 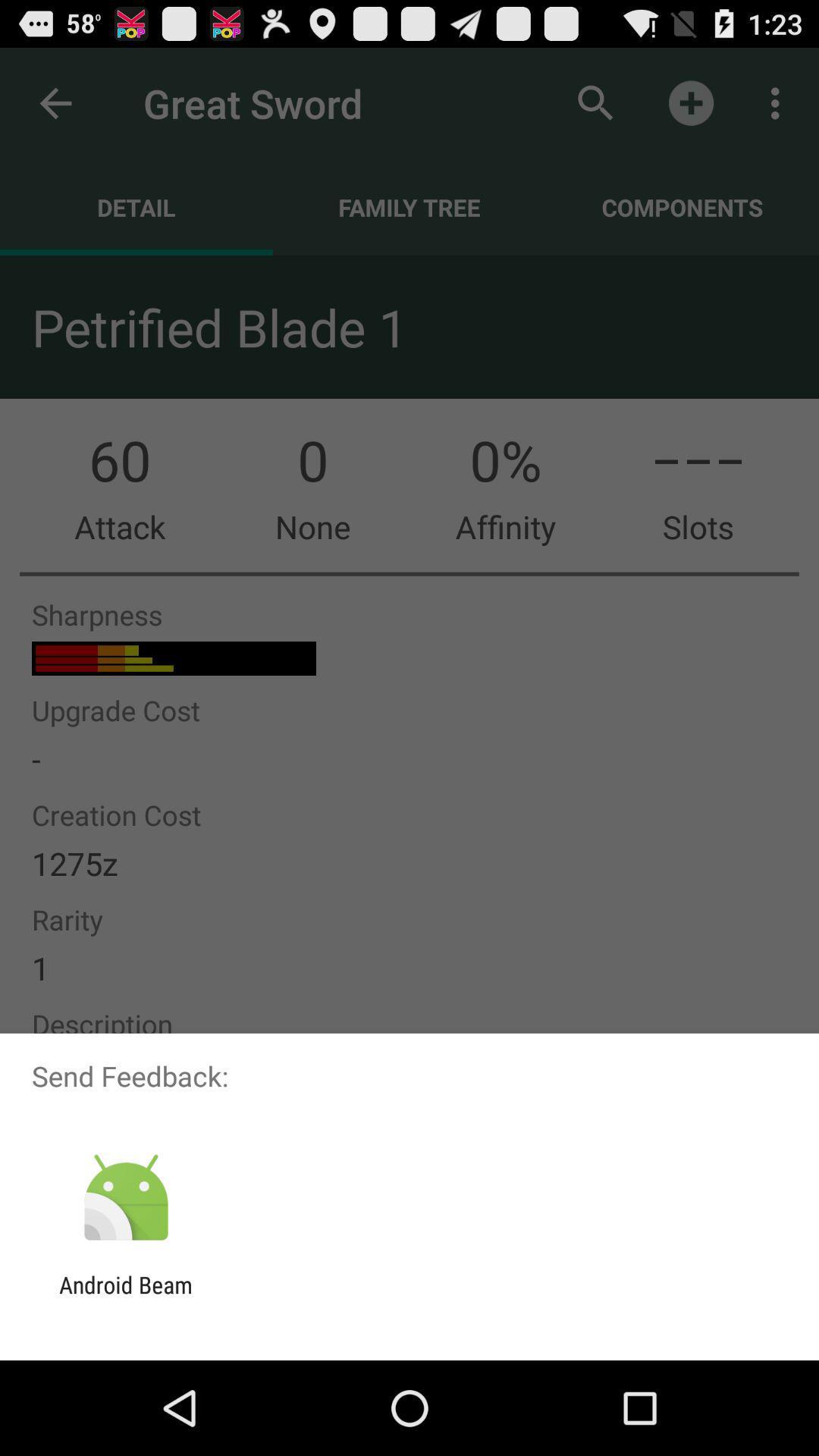 What do you see at coordinates (125, 1298) in the screenshot?
I see `the android beam` at bounding box center [125, 1298].